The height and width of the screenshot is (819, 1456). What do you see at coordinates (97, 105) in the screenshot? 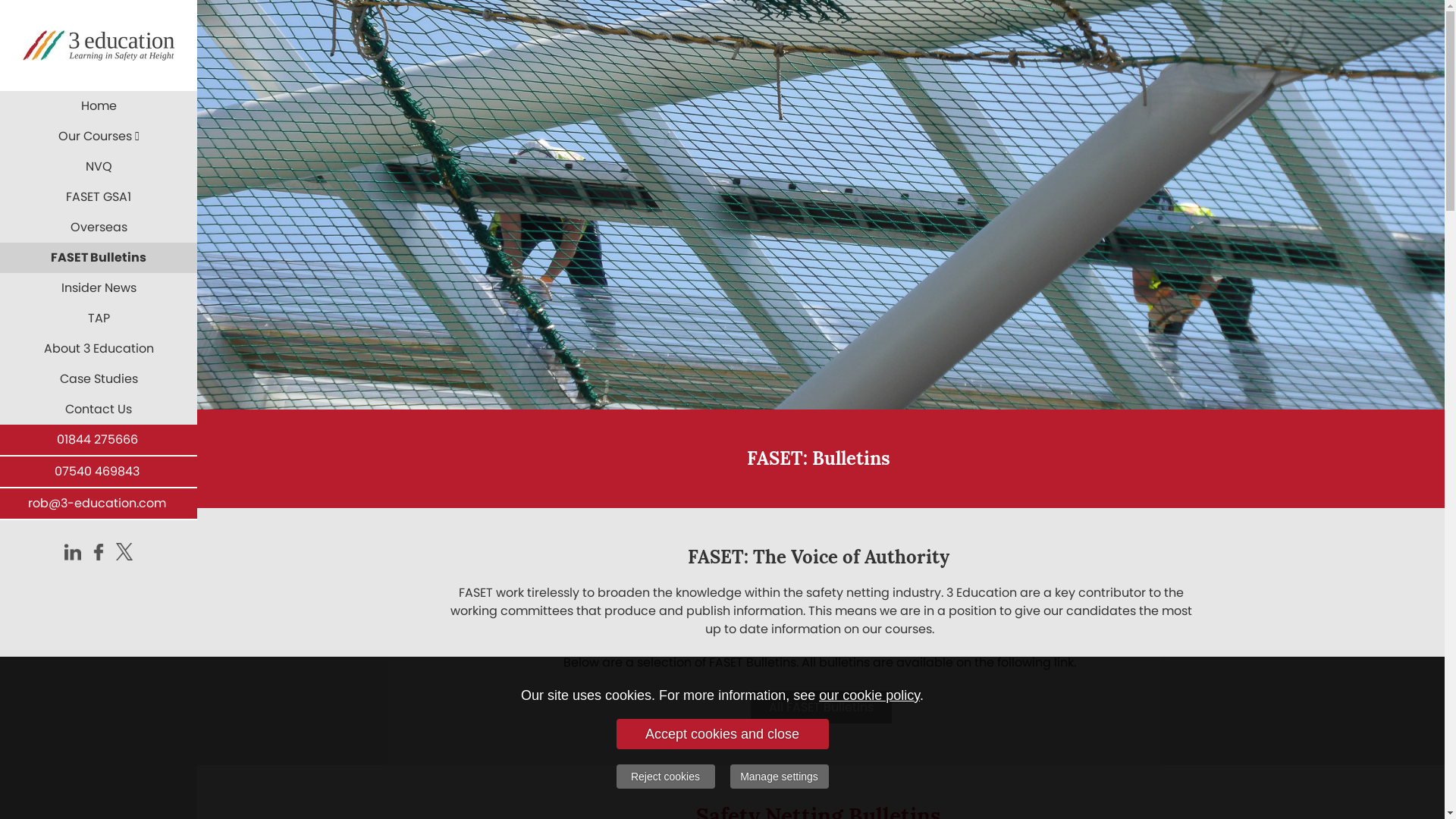
I see `'Home'` at bounding box center [97, 105].